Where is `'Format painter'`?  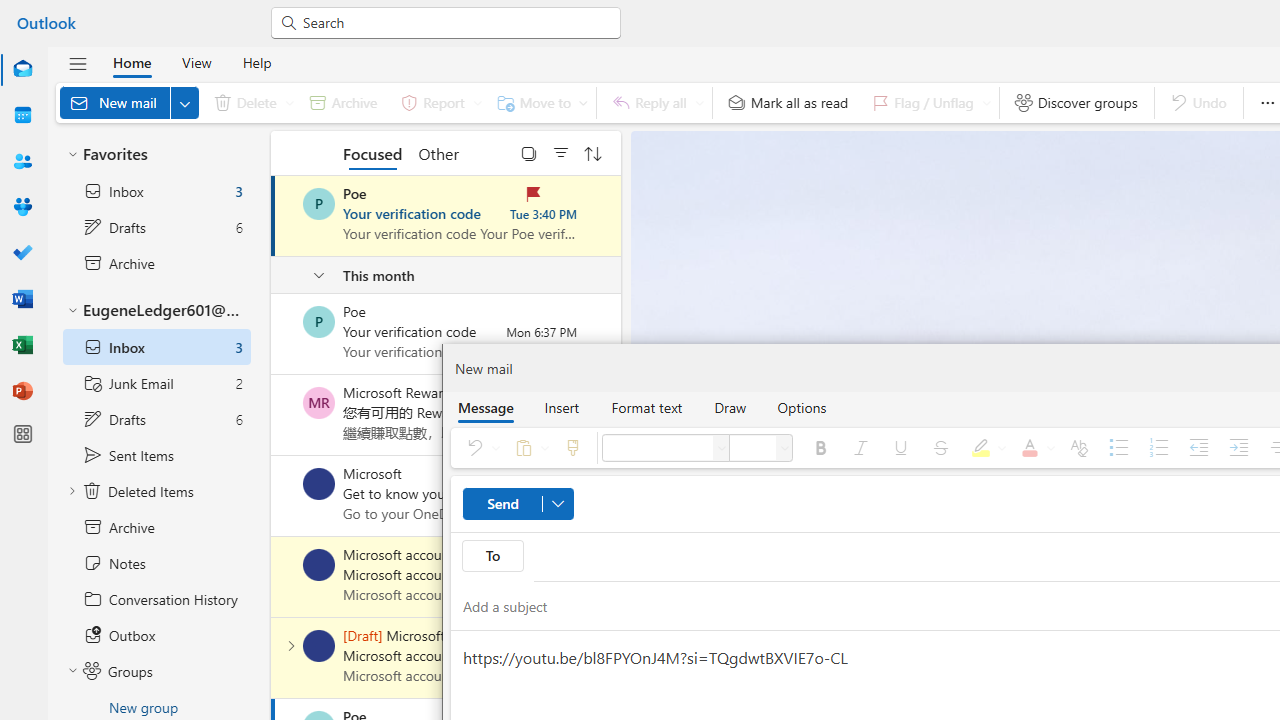 'Format painter' is located at coordinates (571, 446).